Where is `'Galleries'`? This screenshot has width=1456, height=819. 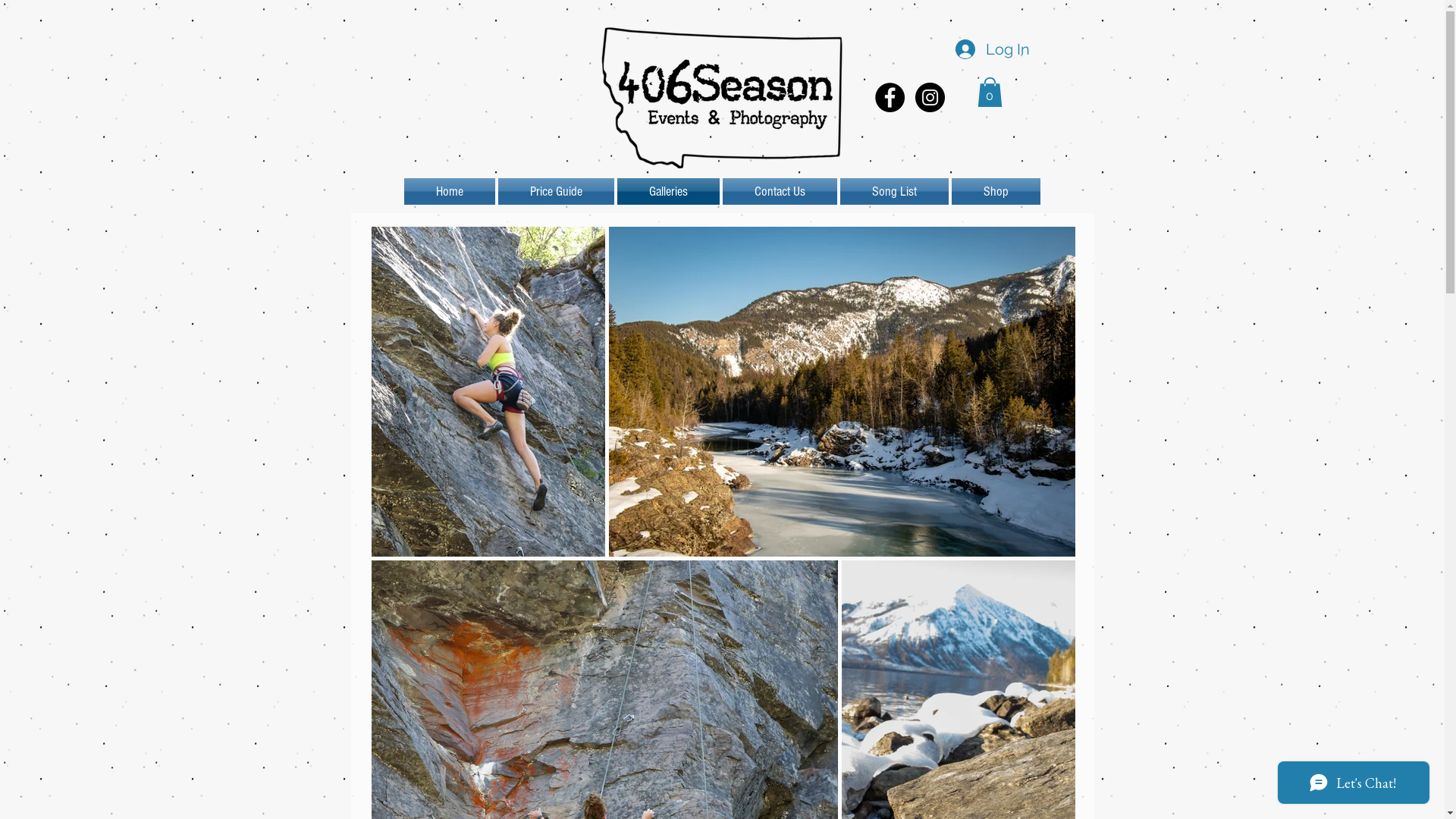
'Galleries' is located at coordinates (667, 190).